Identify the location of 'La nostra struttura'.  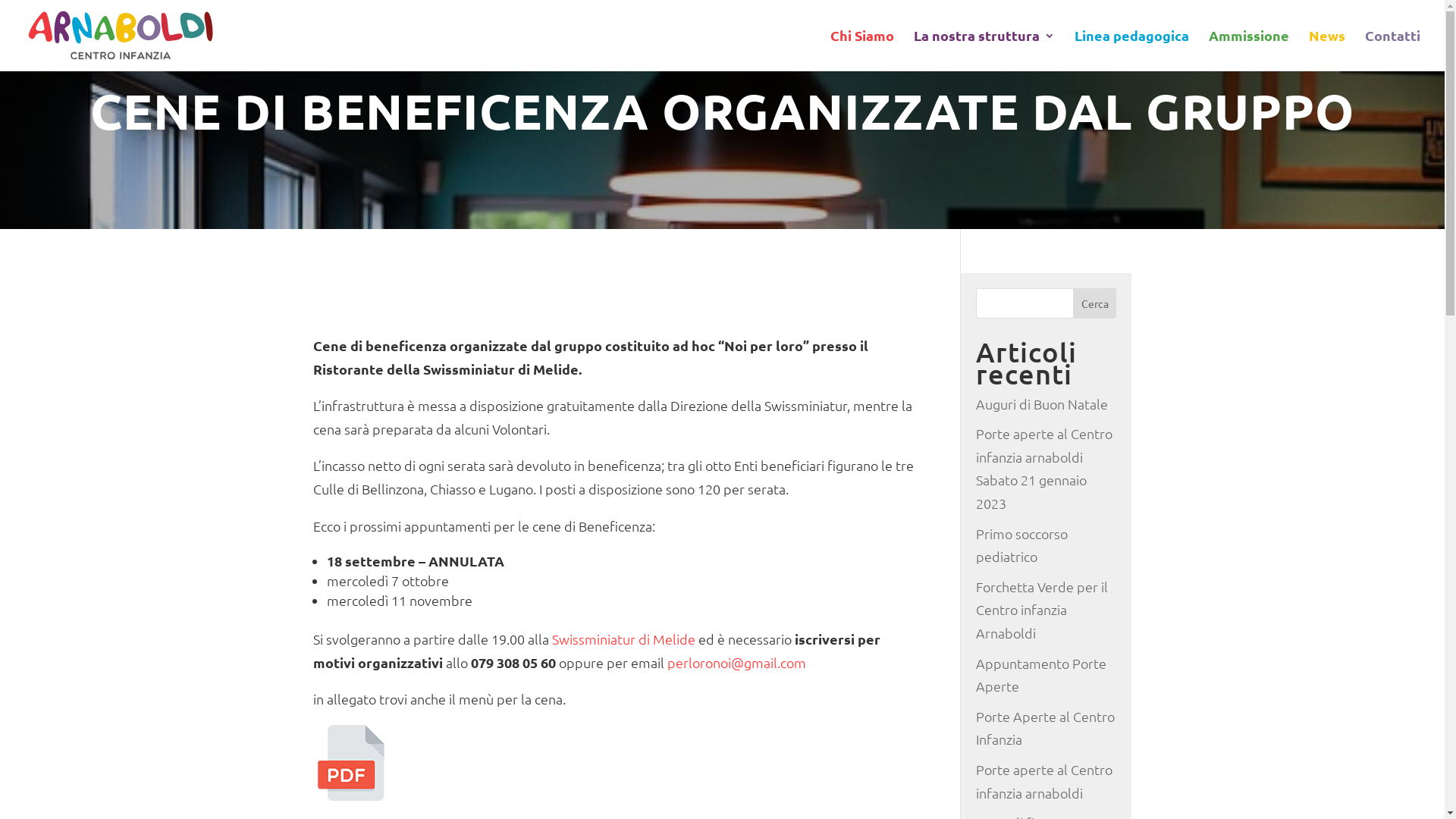
(912, 49).